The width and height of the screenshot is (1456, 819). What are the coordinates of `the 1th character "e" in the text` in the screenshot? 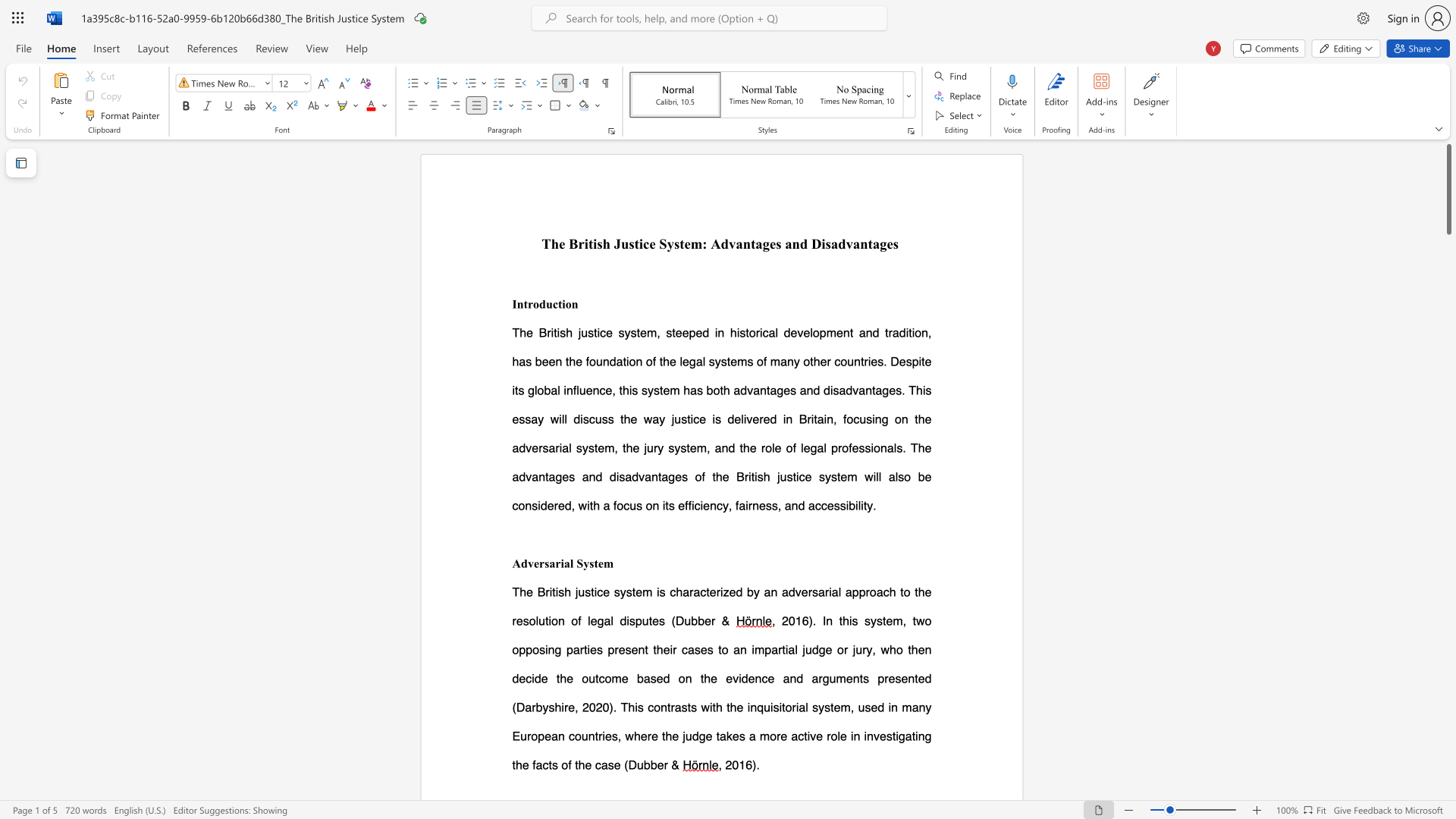 It's located at (561, 243).